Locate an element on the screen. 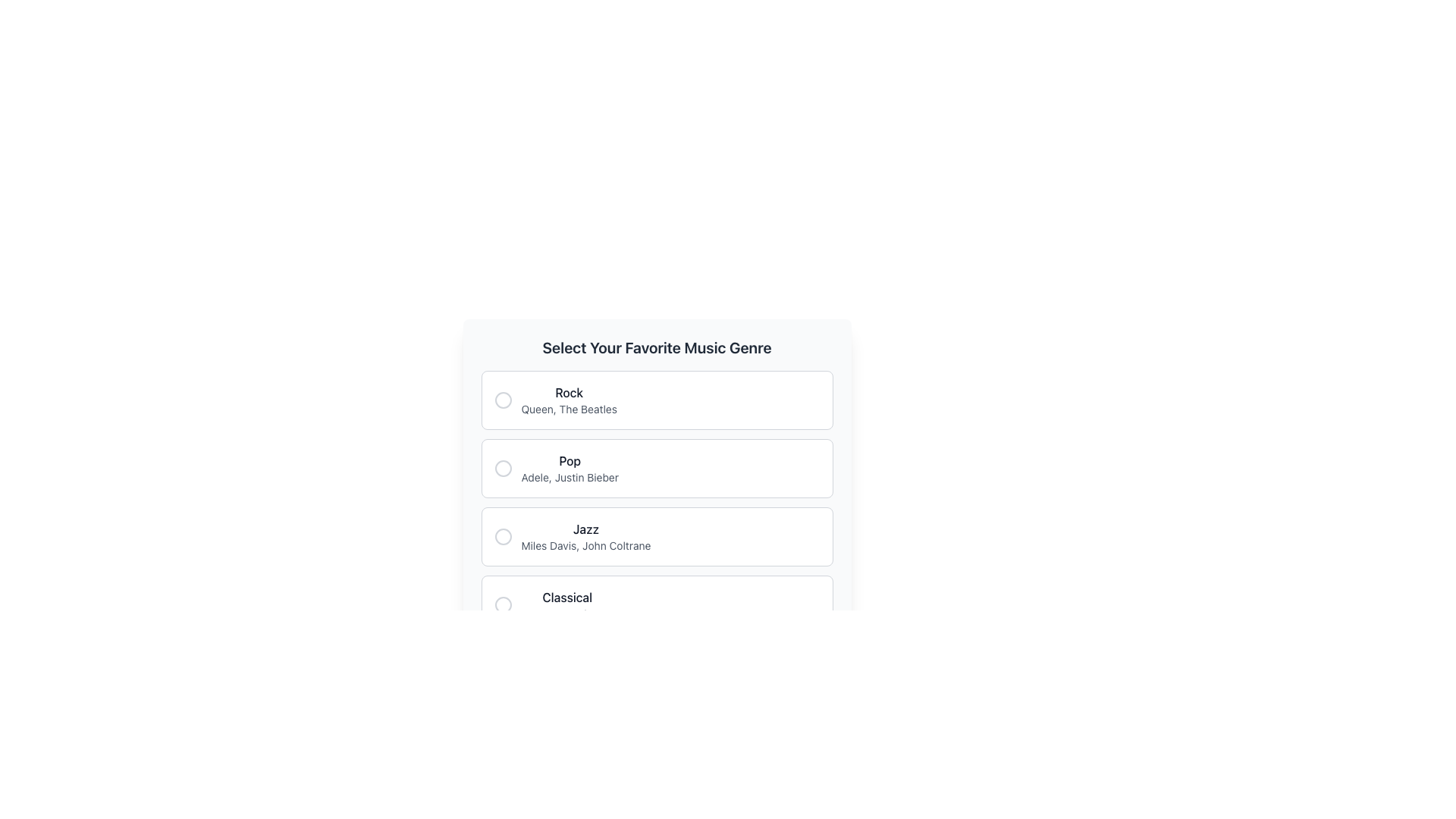 The image size is (1456, 819). the text content of the label indicating the music genre option 'Rock', which is the first selectable option in the list beneath the title 'Select Your Favorite Music Genre' is located at coordinates (568, 391).